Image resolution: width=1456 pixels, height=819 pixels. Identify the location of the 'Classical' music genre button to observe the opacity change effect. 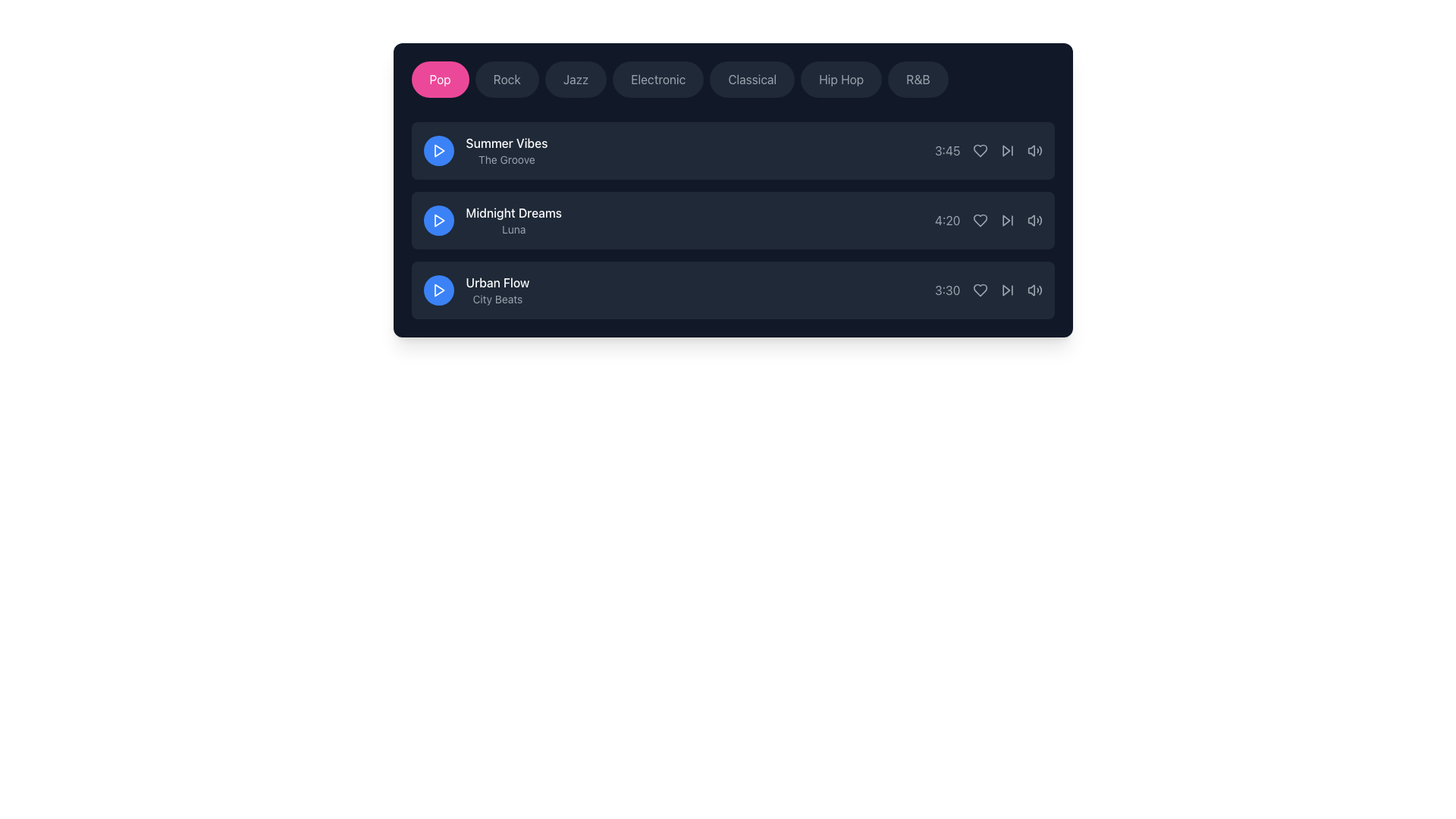
(752, 79).